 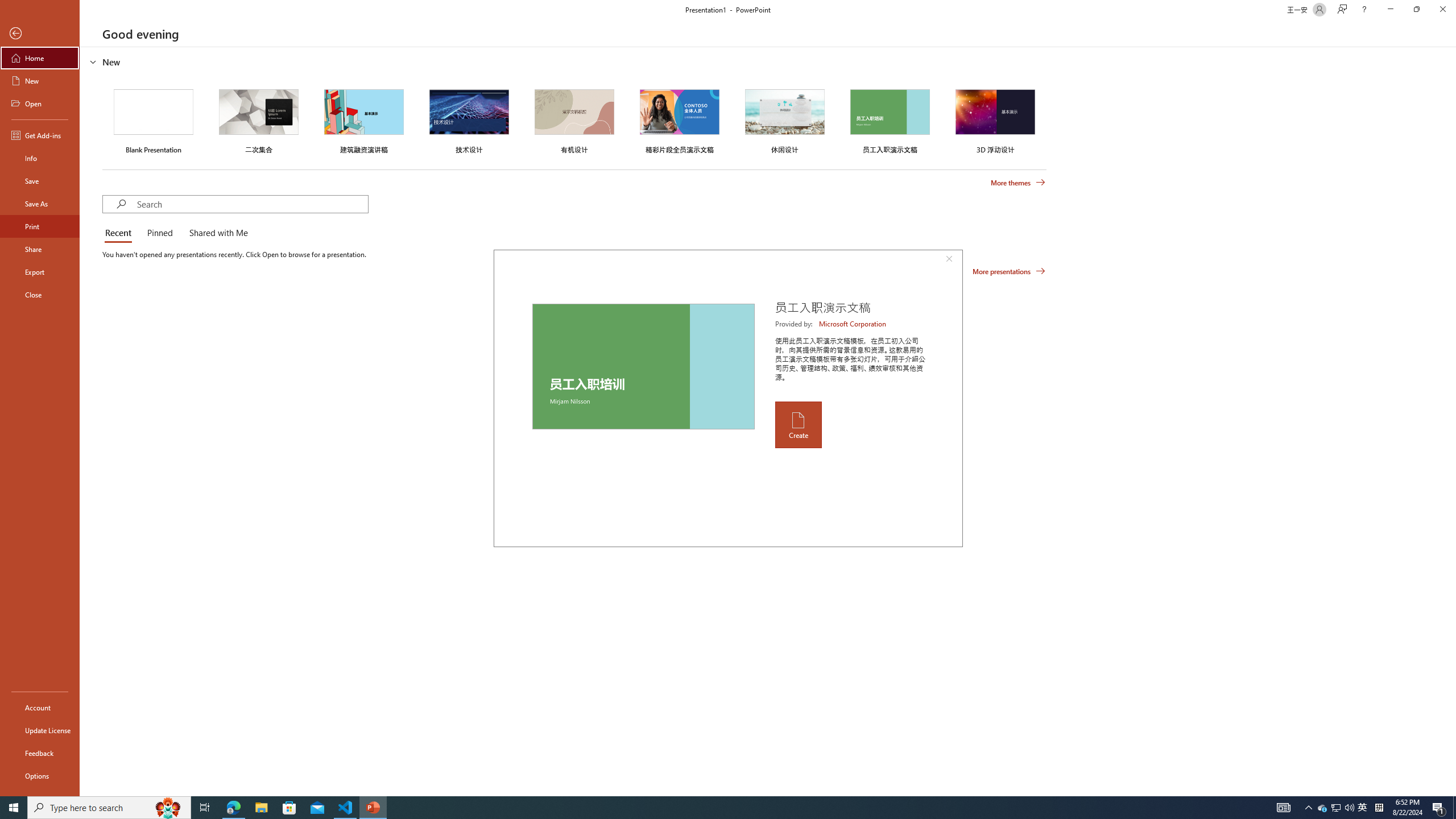 What do you see at coordinates (39, 708) in the screenshot?
I see `'Account'` at bounding box center [39, 708].